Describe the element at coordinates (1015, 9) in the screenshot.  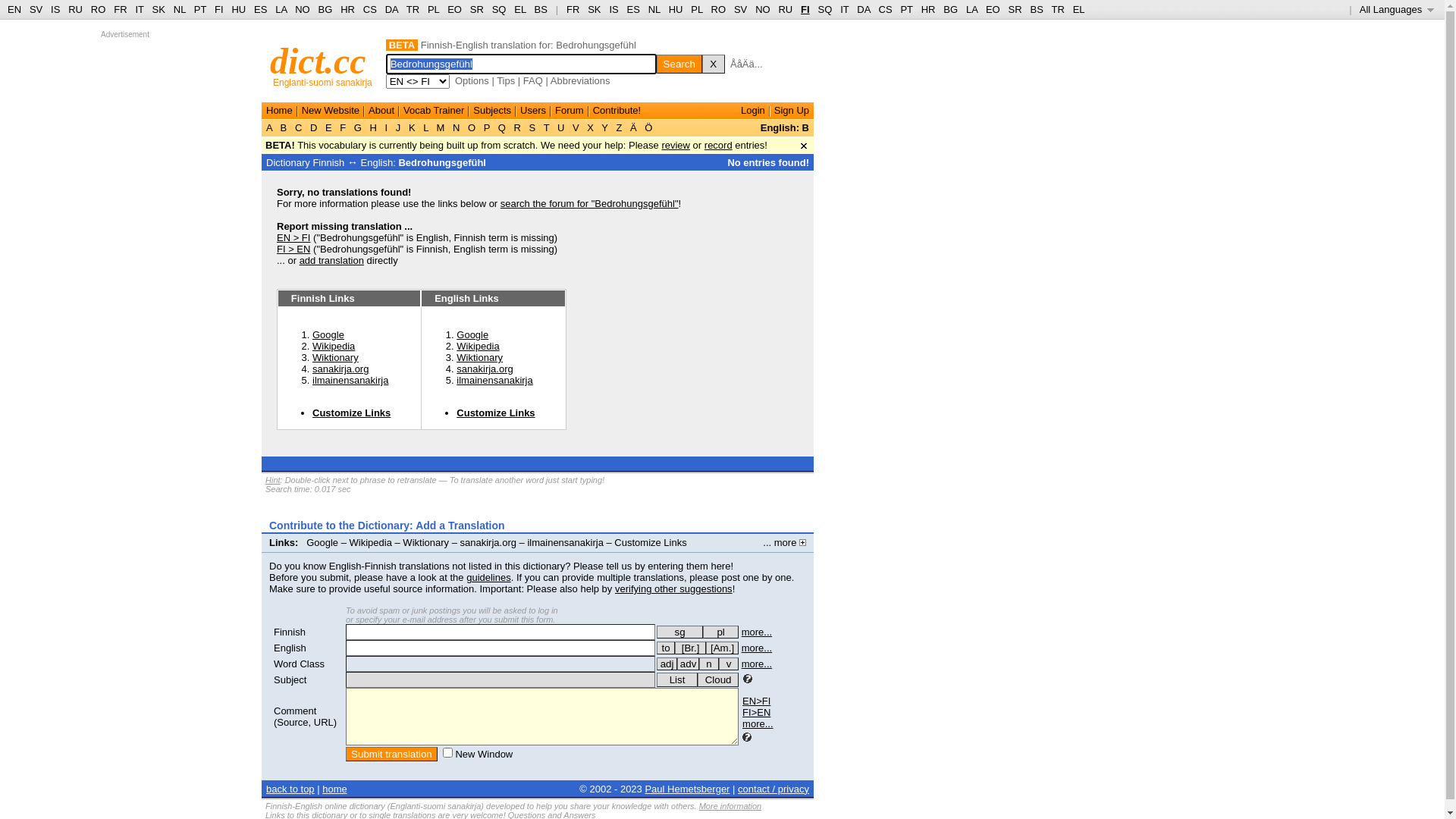
I see `'SR'` at that location.